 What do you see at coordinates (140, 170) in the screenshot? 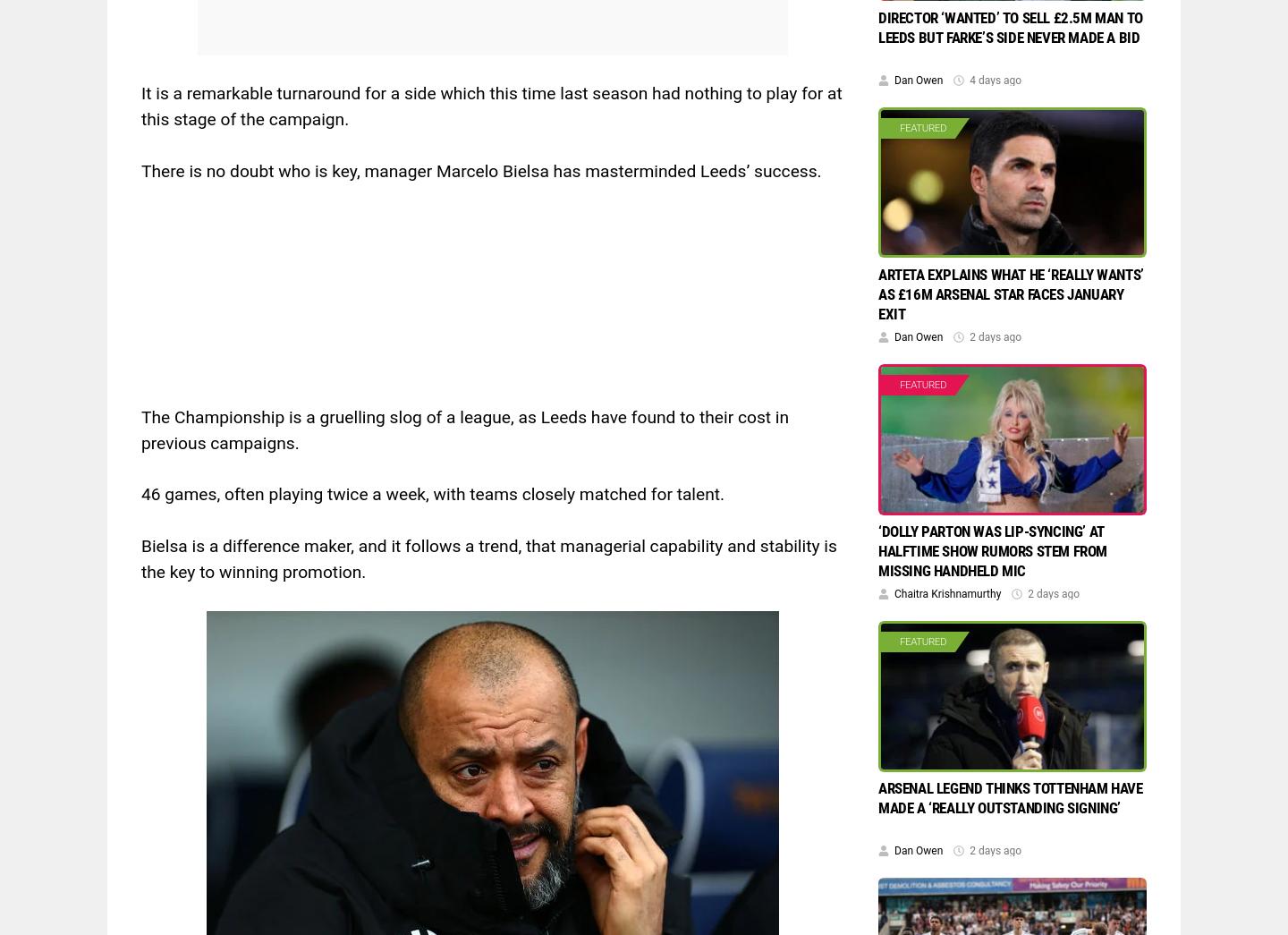
I see `'There is no doubt who is key, manager Marcelo Bielsa has masterminded Leeds’ success.'` at bounding box center [140, 170].